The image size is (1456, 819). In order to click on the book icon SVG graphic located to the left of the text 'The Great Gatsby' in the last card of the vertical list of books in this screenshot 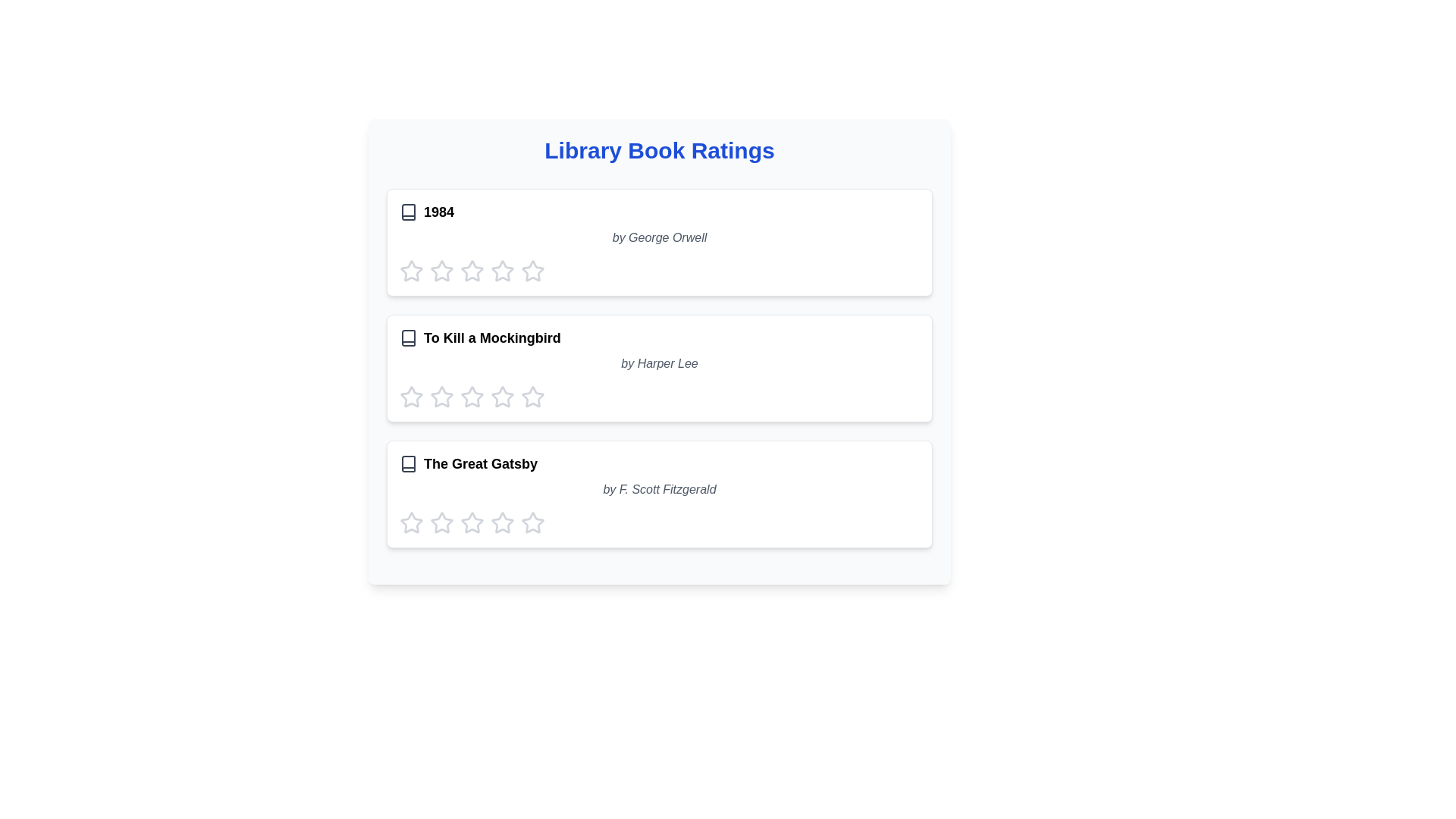, I will do `click(408, 463)`.